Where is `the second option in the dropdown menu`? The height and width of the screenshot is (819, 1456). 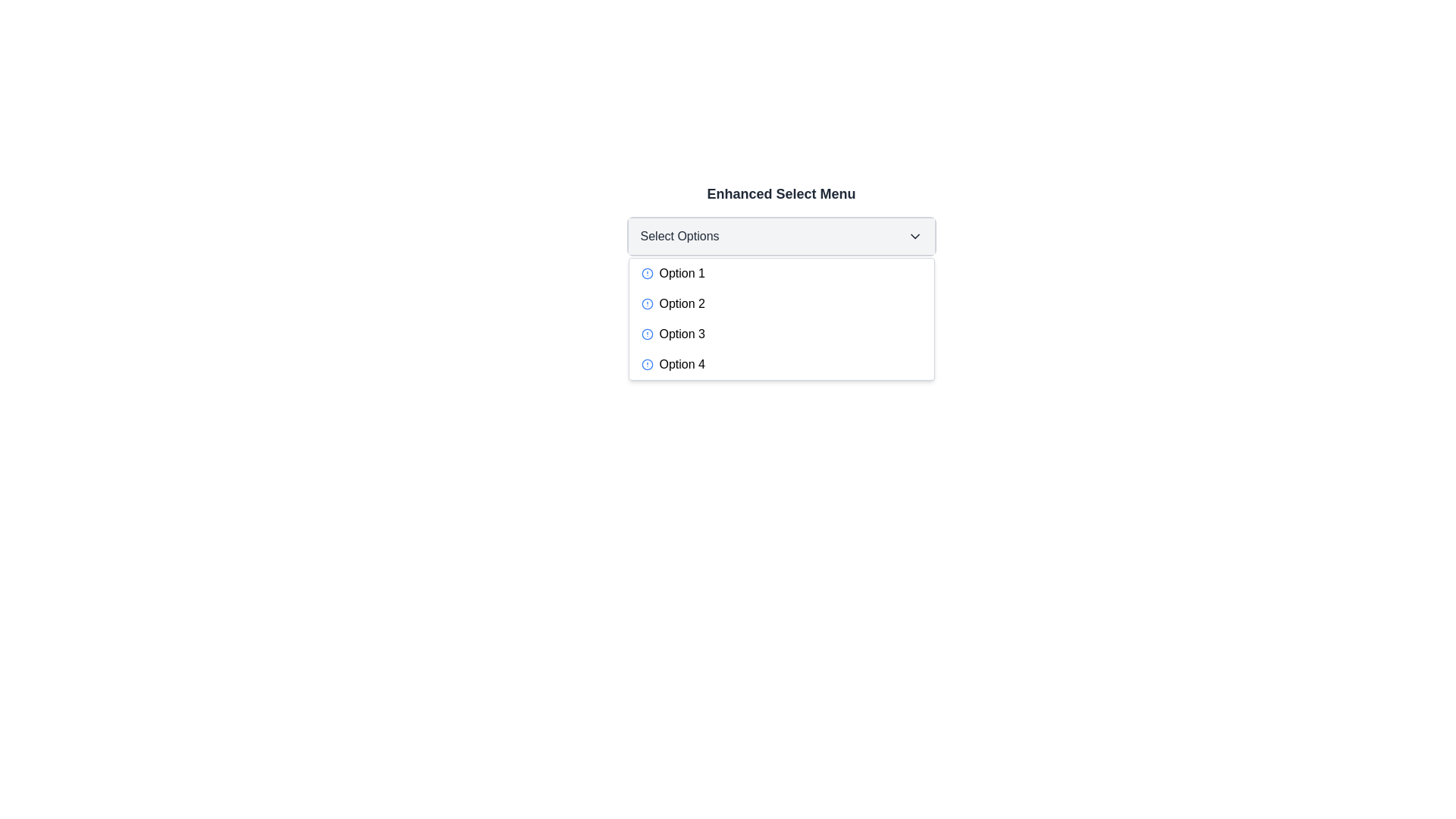
the second option in the dropdown menu is located at coordinates (672, 304).